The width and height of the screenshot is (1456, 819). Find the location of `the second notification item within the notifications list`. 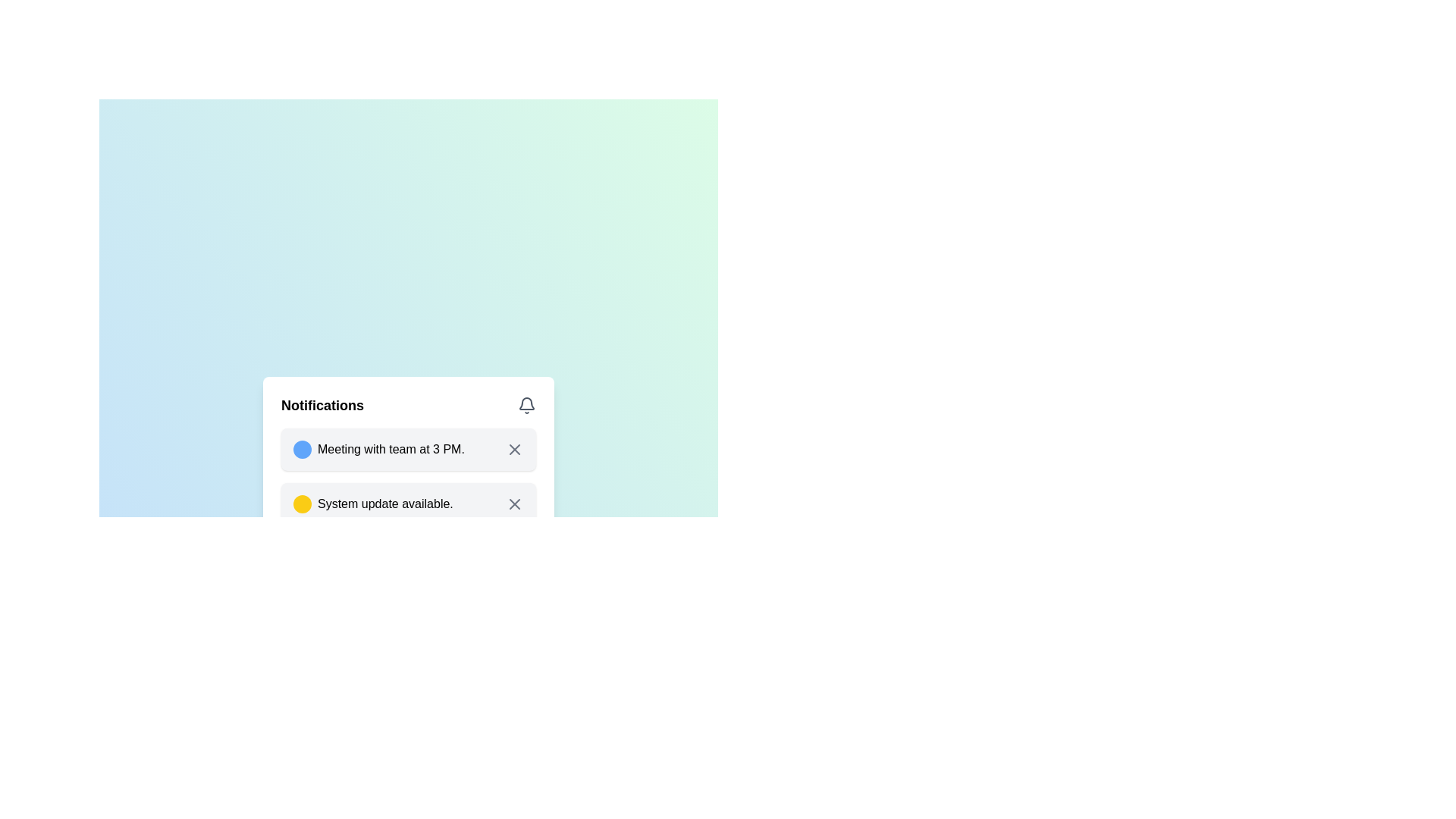

the second notification item within the notifications list is located at coordinates (408, 509).